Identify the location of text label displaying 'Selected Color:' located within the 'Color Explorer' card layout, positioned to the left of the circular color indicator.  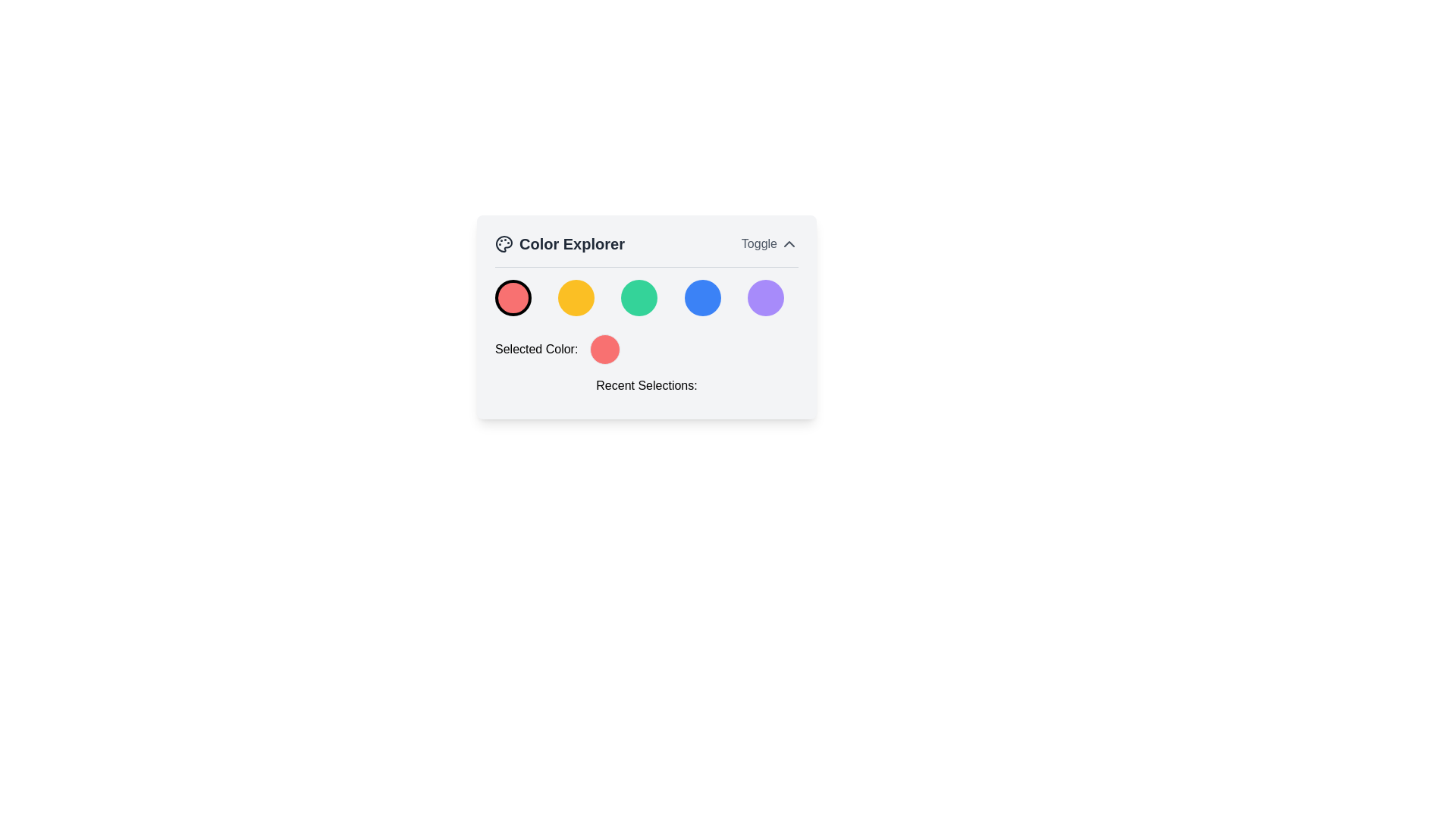
(536, 350).